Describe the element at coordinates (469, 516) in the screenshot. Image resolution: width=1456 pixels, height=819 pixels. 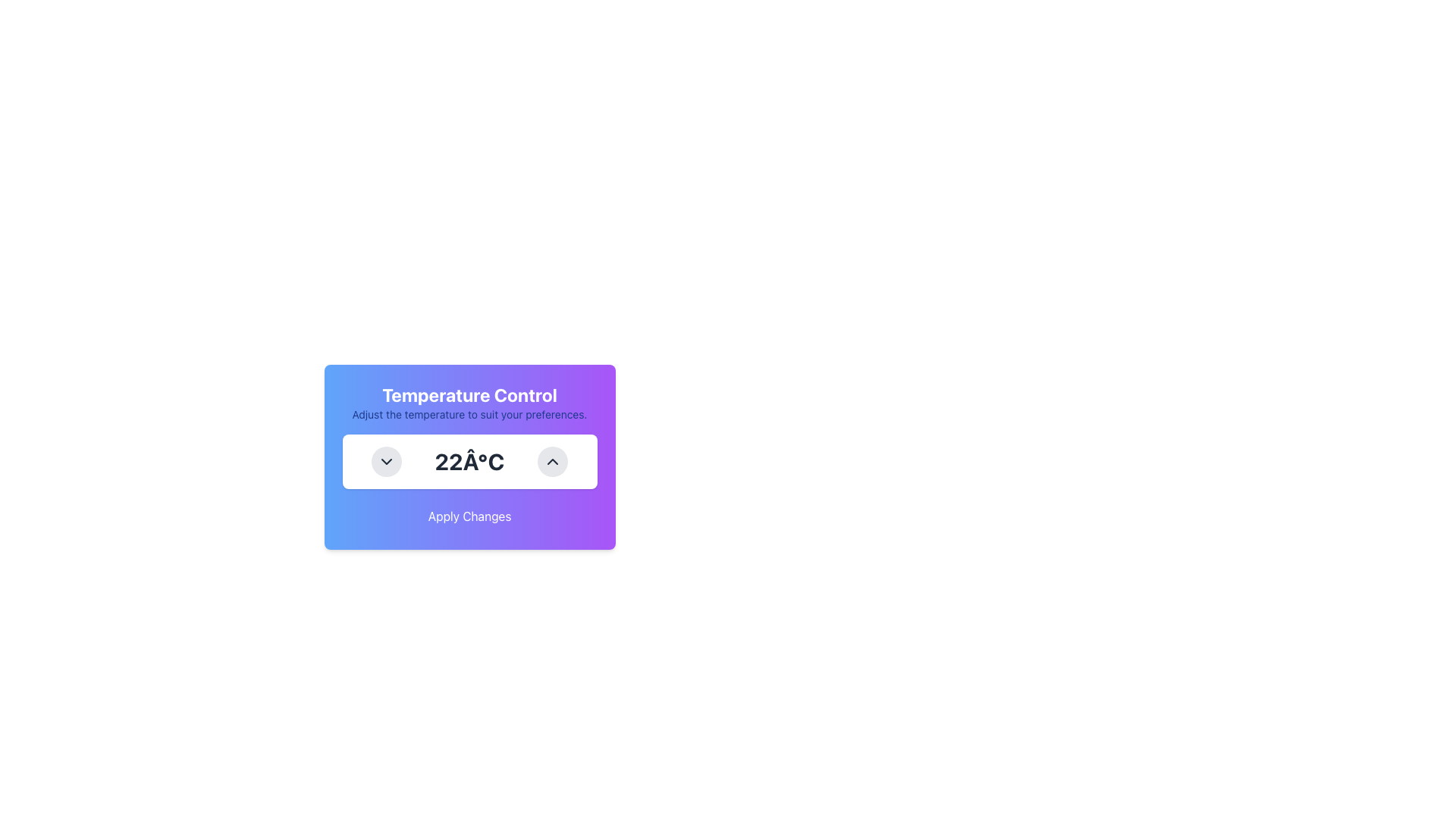
I see `the 'Apply Changes' button, which is a rectangular button with a gradient from light blue to purple, located at the bottom of the 'Temperature Control' card` at that location.